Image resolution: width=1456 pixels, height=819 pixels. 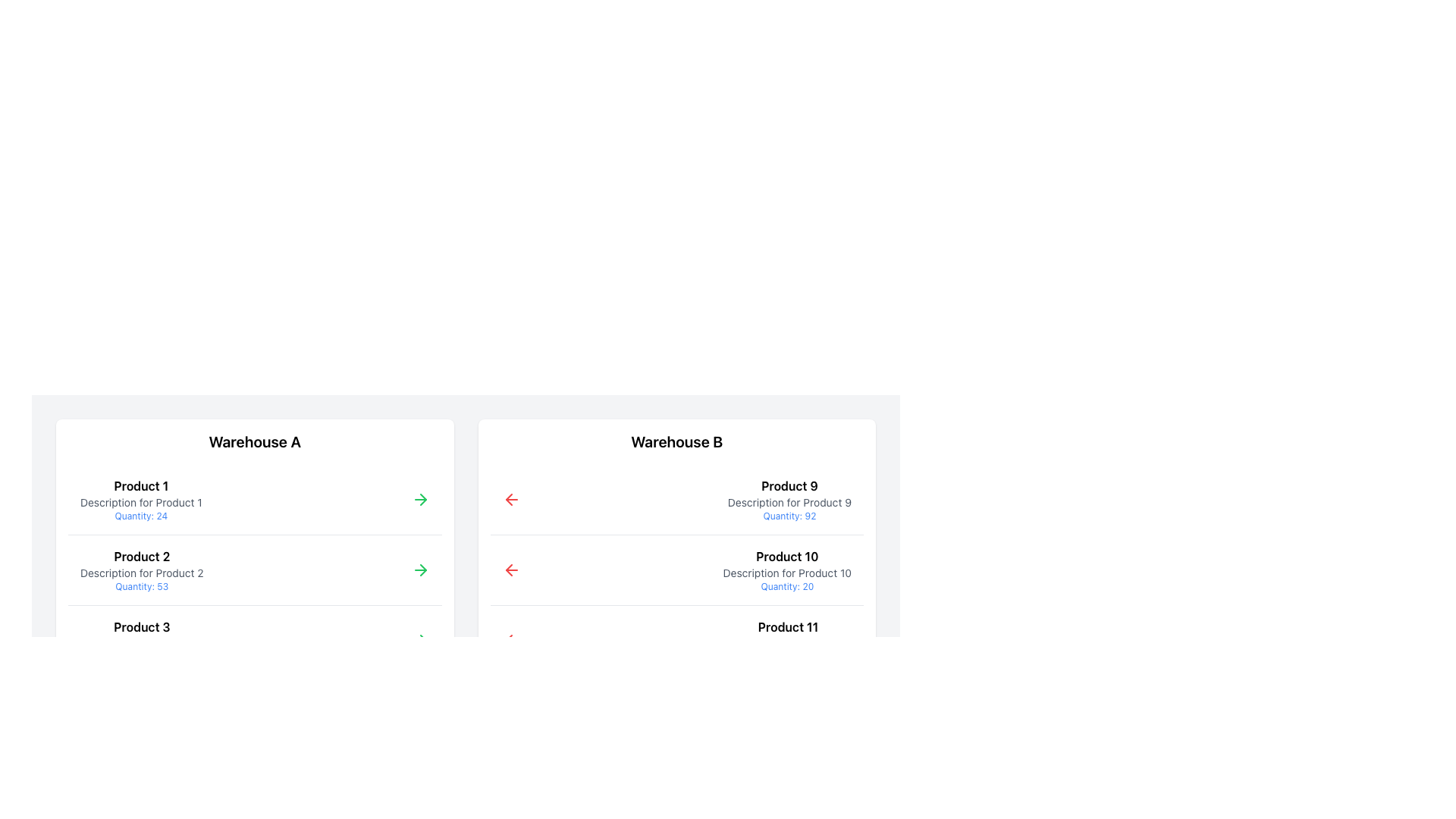 I want to click on the leftward-pointing red arrow icon located next to the 'Product 10' description in Warehouse B, so click(x=511, y=570).